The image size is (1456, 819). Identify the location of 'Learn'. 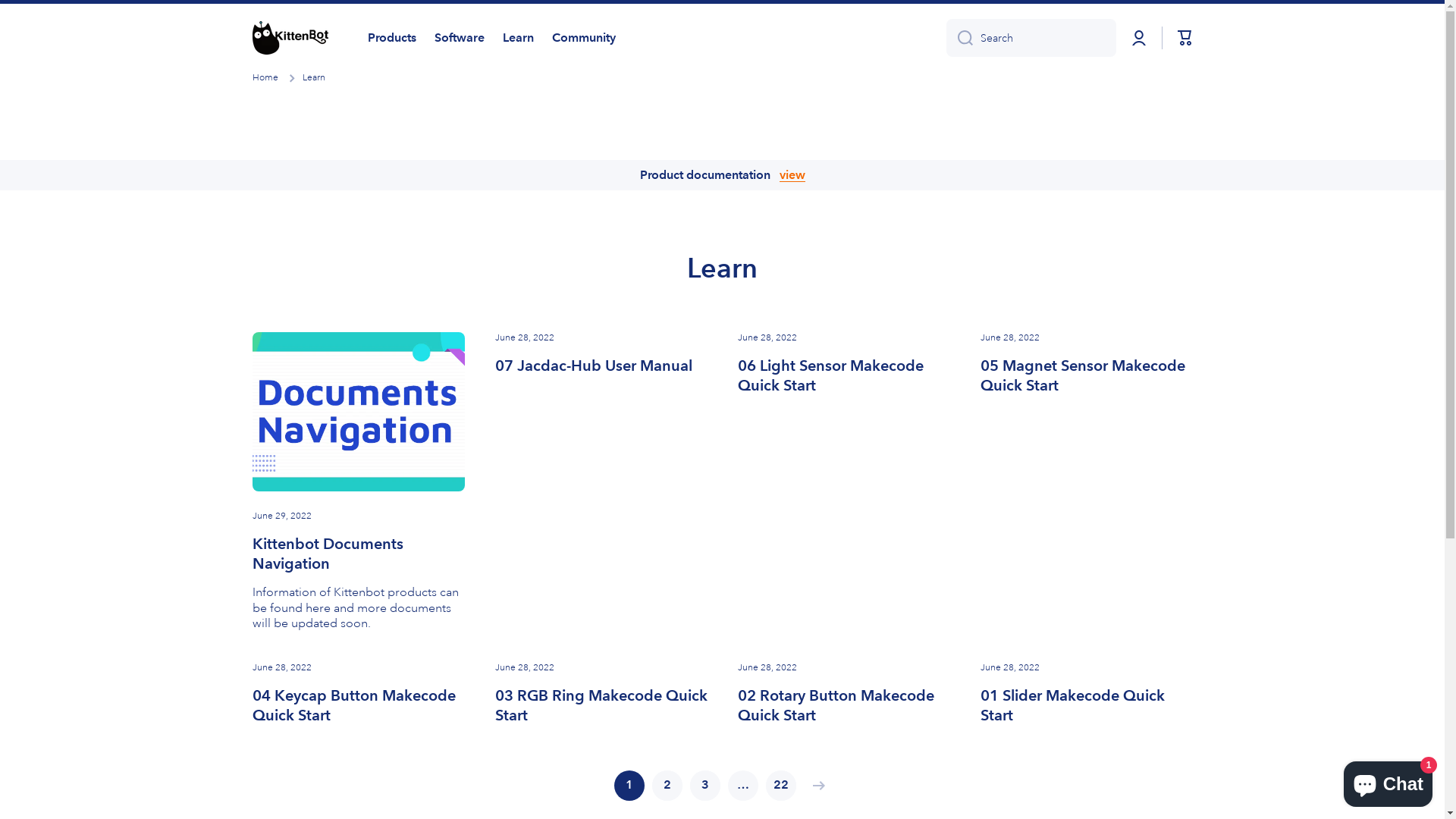
(517, 37).